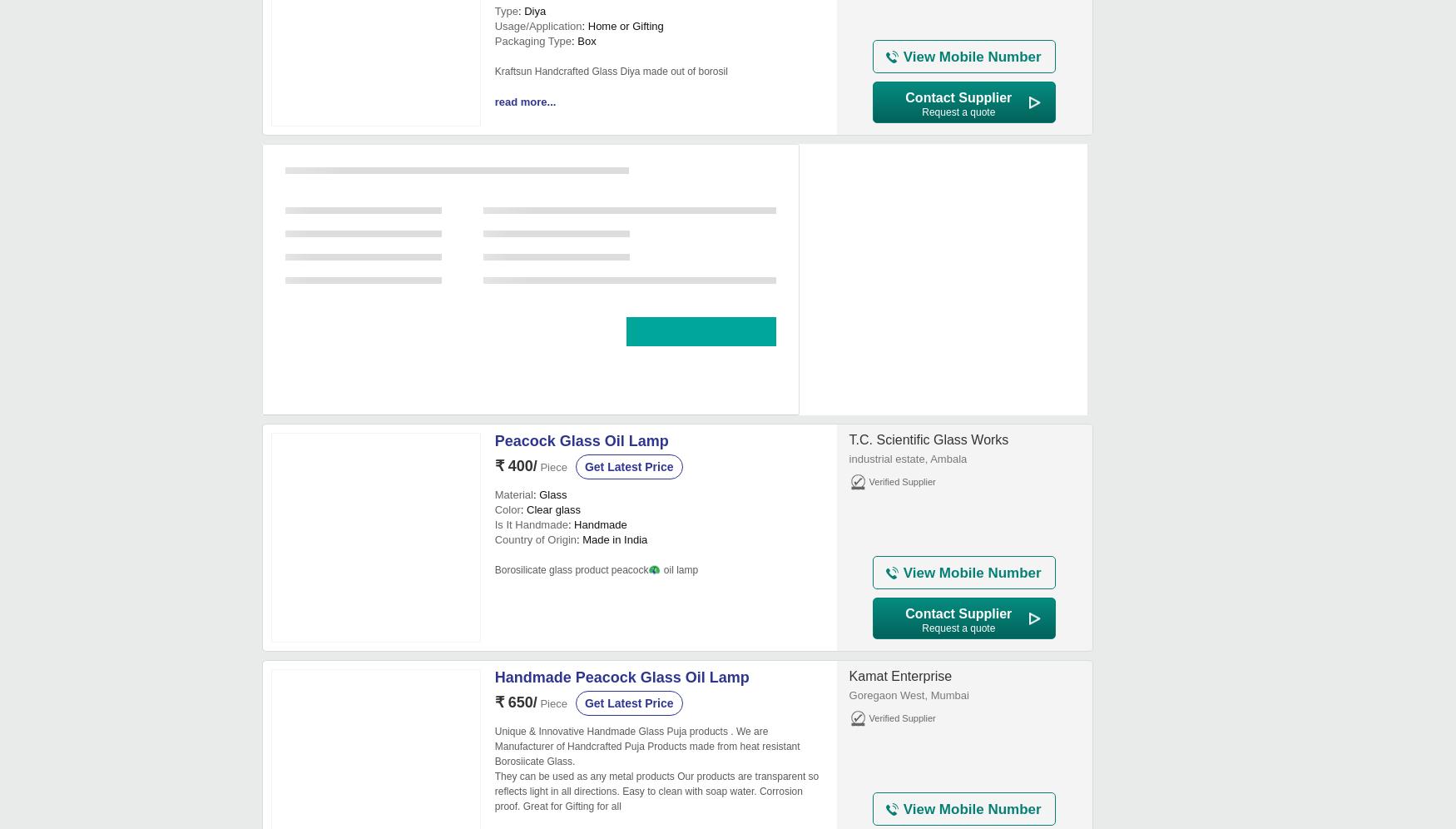  Describe the element at coordinates (493, 440) in the screenshot. I see `'Peacock Glass Oil Lamp'` at that location.